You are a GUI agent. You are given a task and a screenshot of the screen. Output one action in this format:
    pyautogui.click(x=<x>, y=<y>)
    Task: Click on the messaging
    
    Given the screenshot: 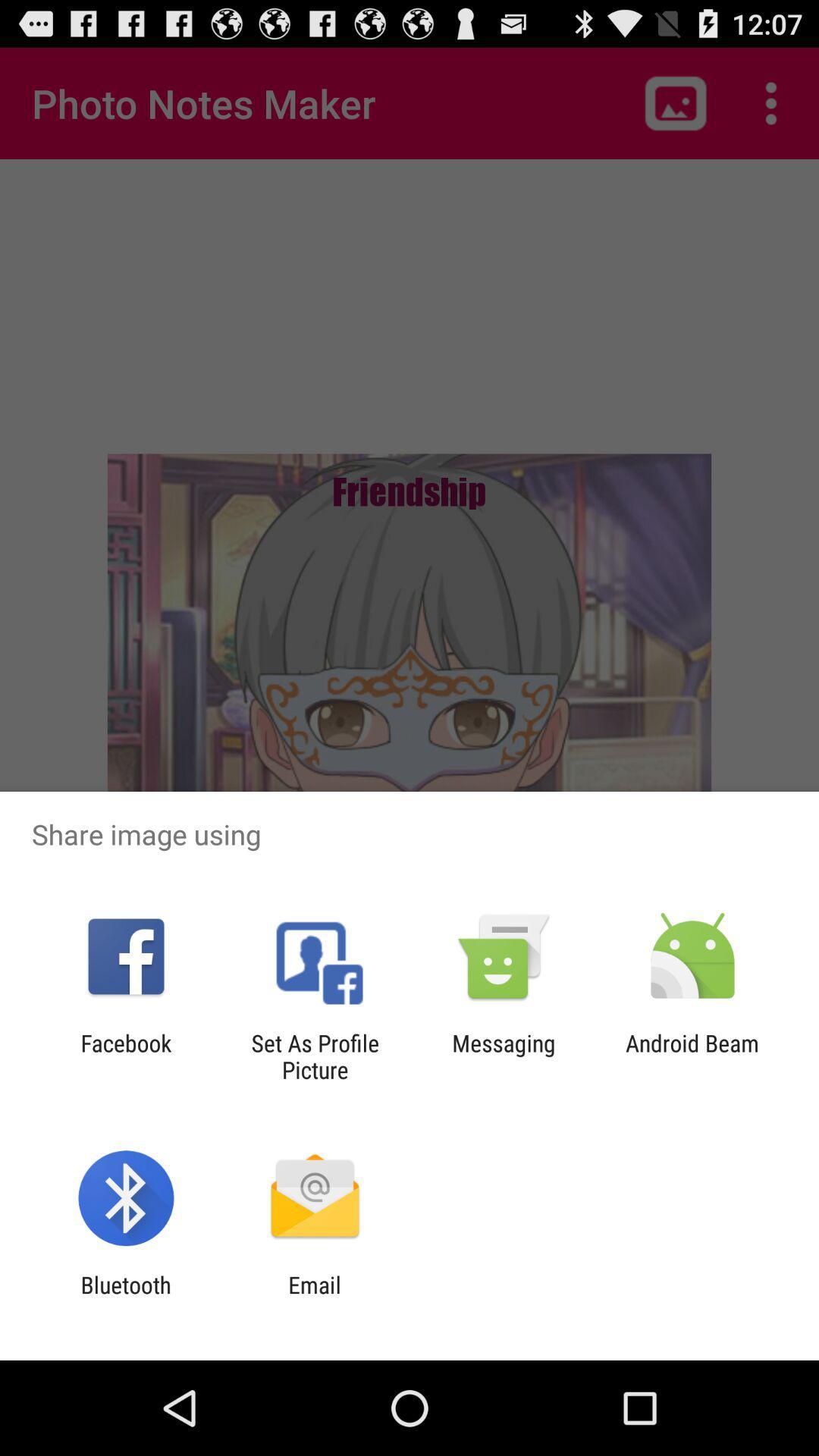 What is the action you would take?
    pyautogui.click(x=504, y=1056)
    